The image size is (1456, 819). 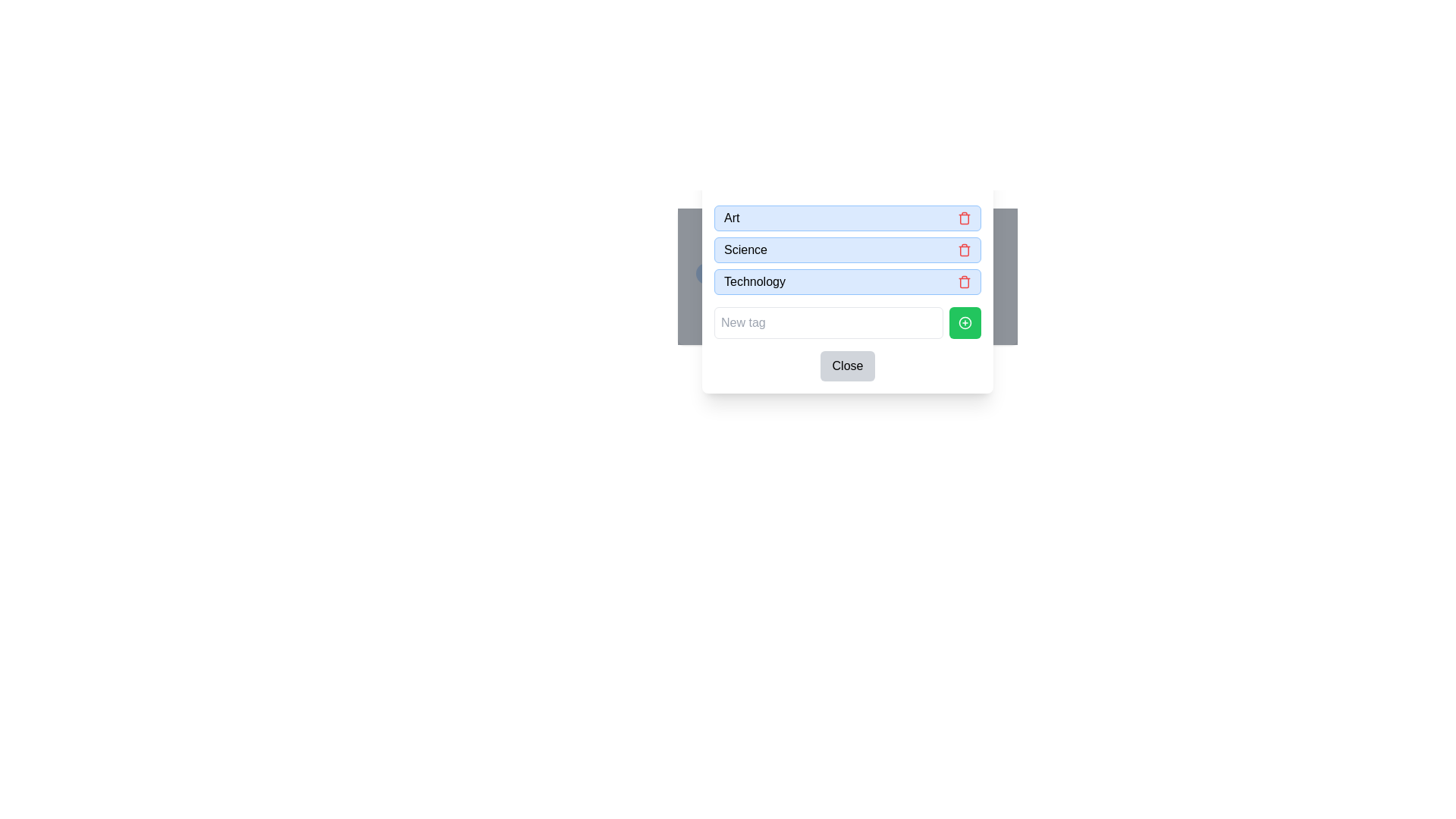 I want to click on the rounded rectangular button with a vibrant green background and a white border that contains a 'plus' symbol icon, so click(x=964, y=322).